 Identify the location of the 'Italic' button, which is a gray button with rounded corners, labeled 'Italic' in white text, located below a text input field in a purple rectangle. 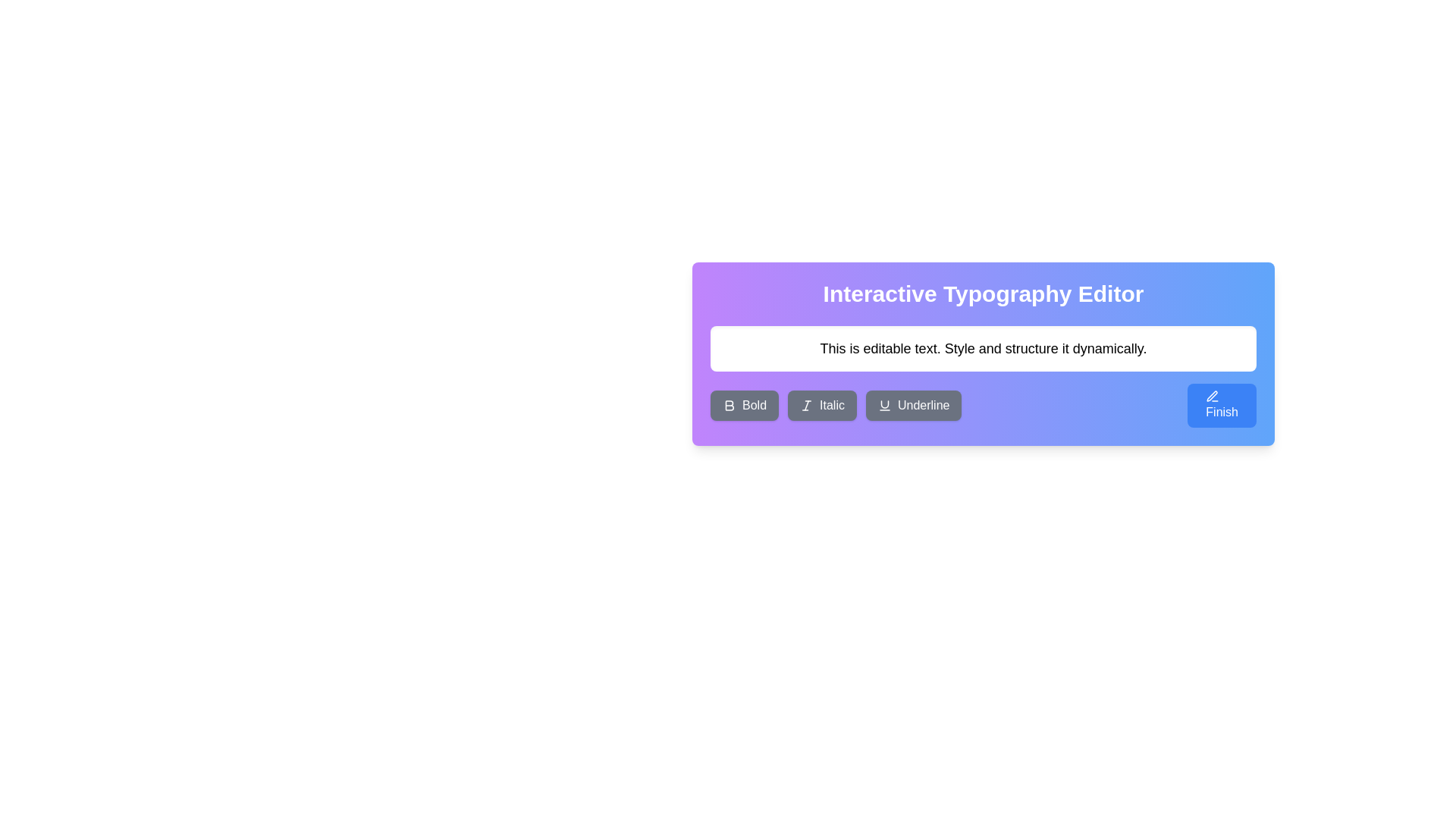
(835, 405).